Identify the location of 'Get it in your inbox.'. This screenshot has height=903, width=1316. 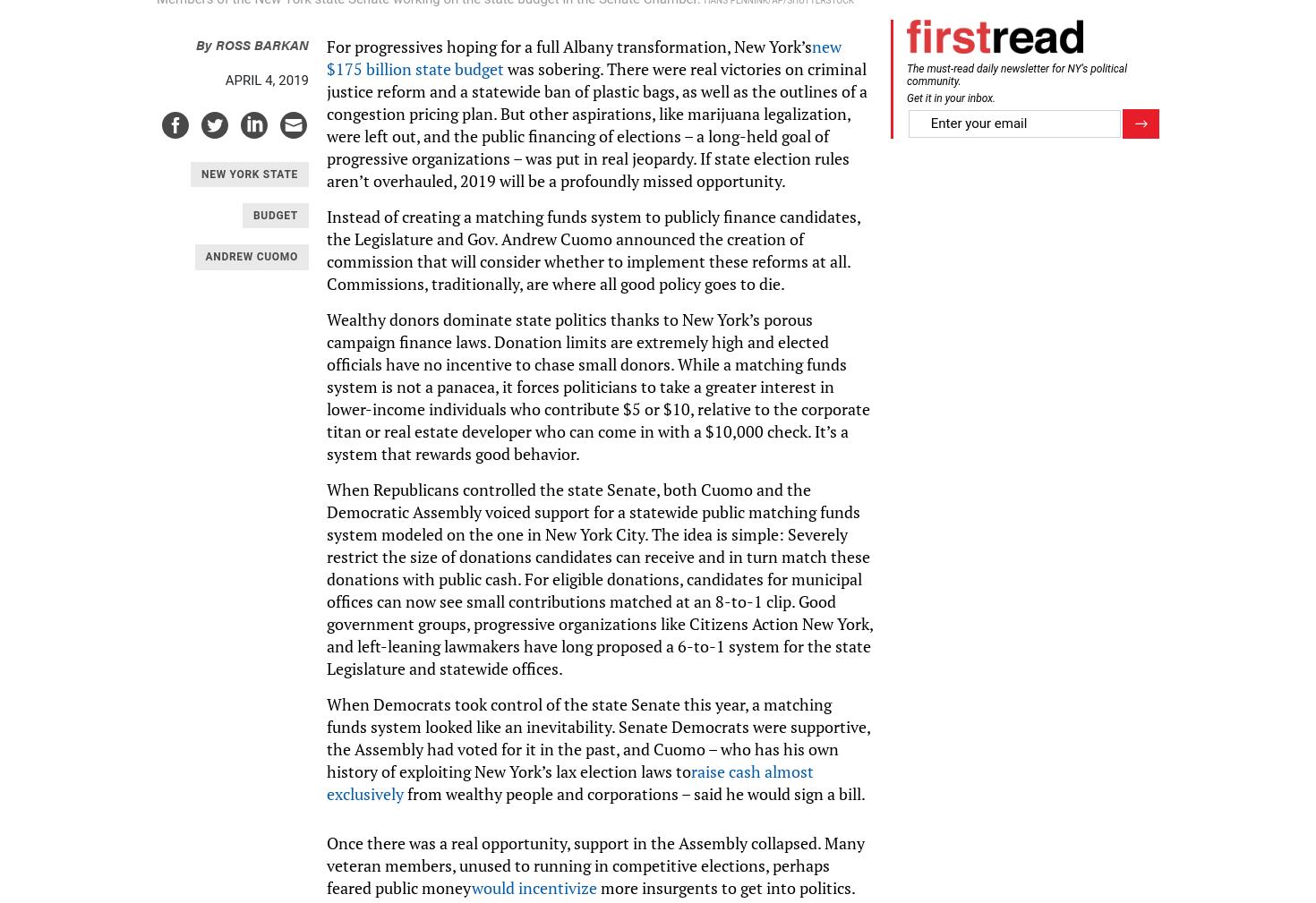
(950, 96).